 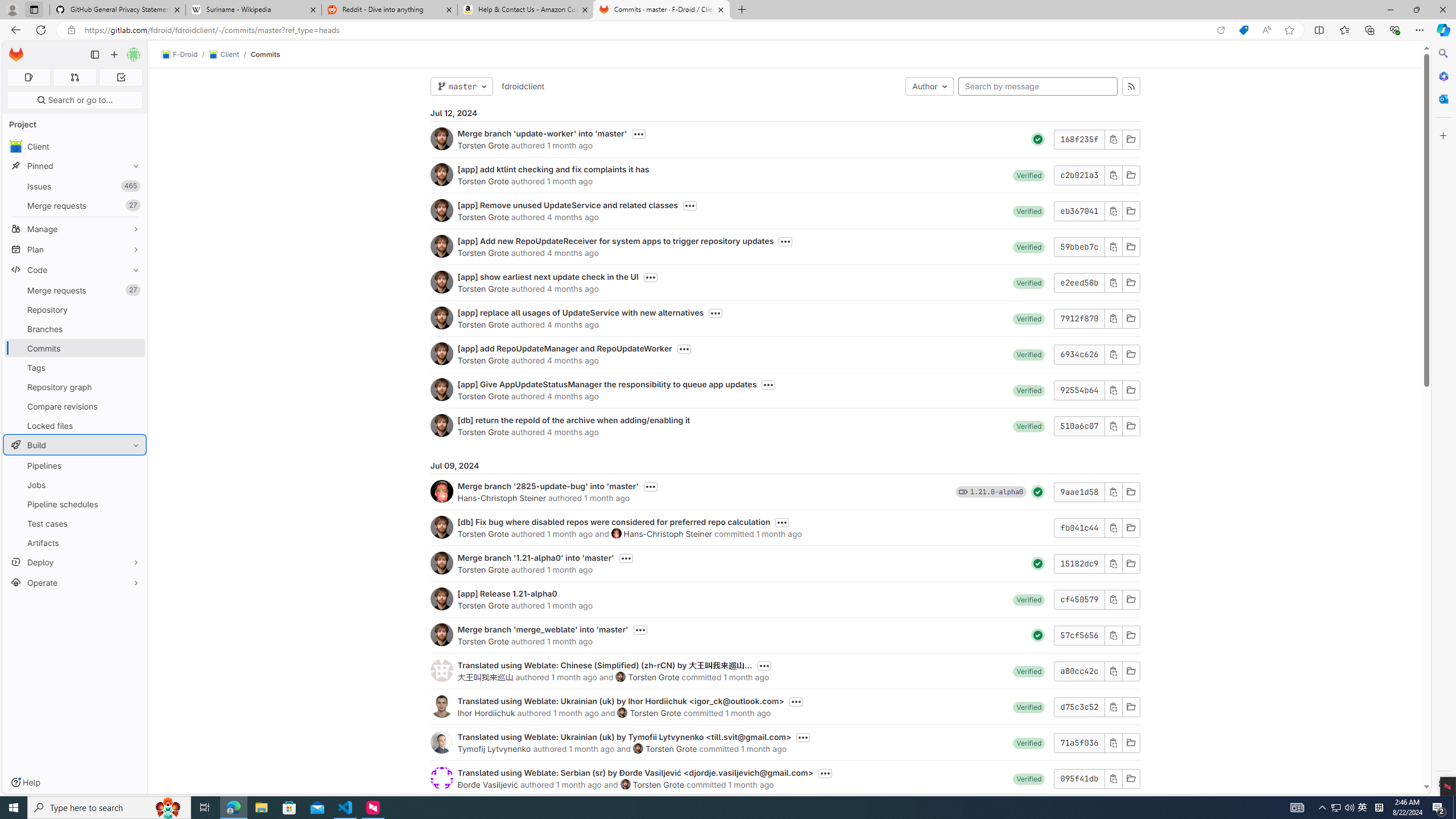 I want to click on 'Client', so click(x=222, y=54).